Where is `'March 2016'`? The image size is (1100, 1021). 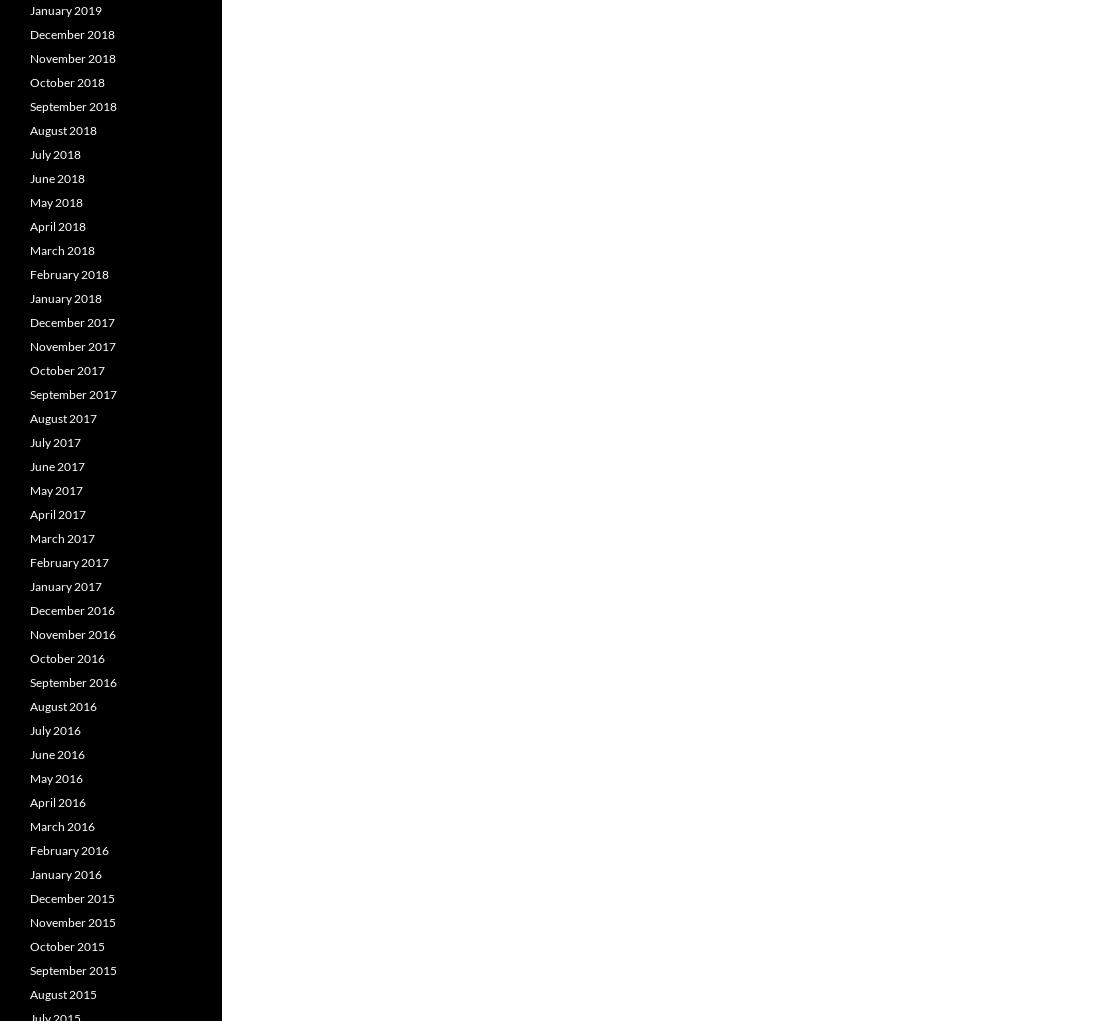 'March 2016' is located at coordinates (29, 826).